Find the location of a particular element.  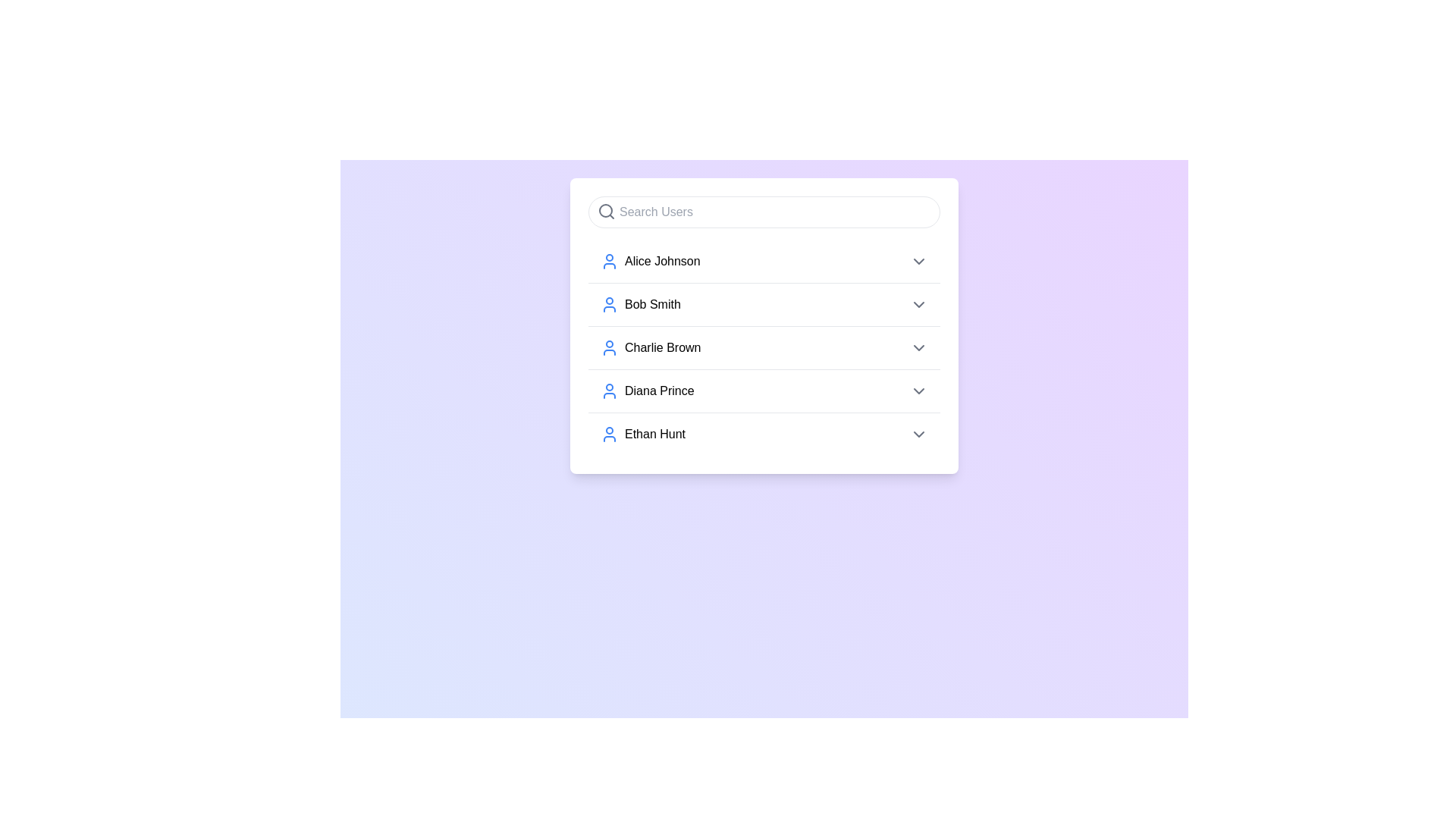

the list item representing the user entry 'Charlie Brown', which is the third entry in the list is located at coordinates (764, 325).